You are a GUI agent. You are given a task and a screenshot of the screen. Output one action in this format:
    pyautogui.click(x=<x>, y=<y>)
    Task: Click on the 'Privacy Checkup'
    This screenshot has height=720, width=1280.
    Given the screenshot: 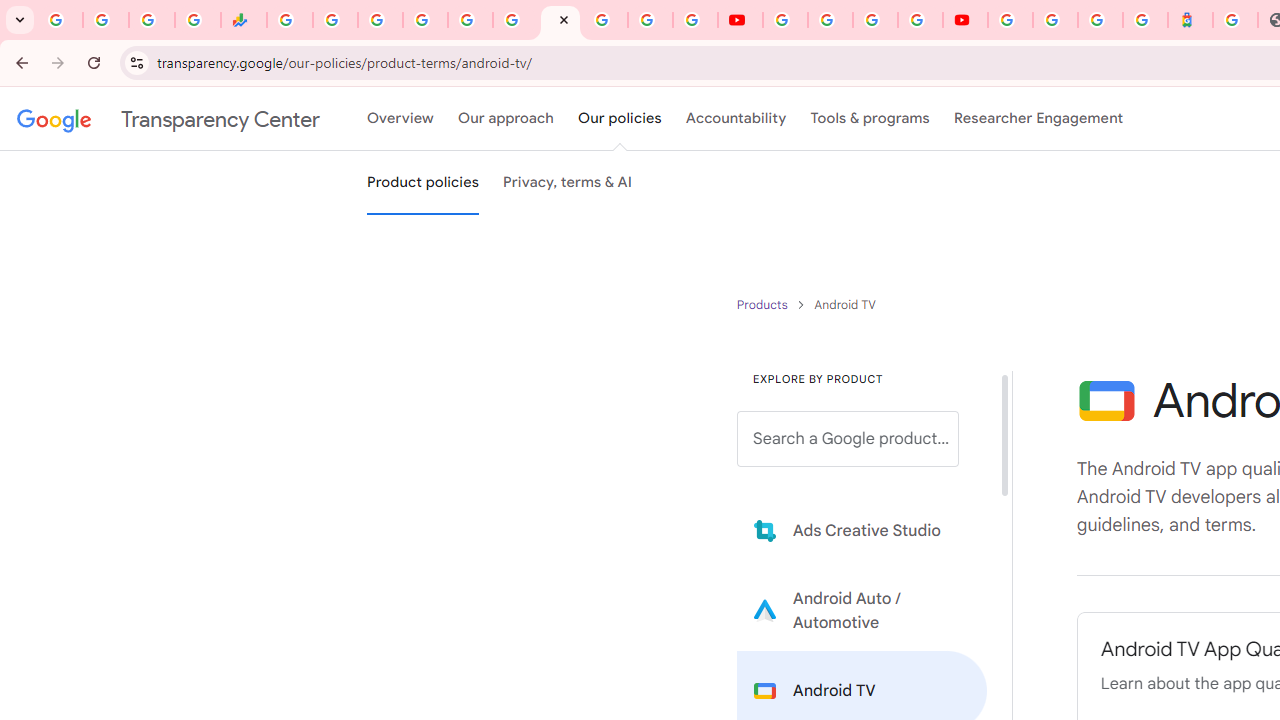 What is the action you would take?
    pyautogui.click(x=695, y=20)
    